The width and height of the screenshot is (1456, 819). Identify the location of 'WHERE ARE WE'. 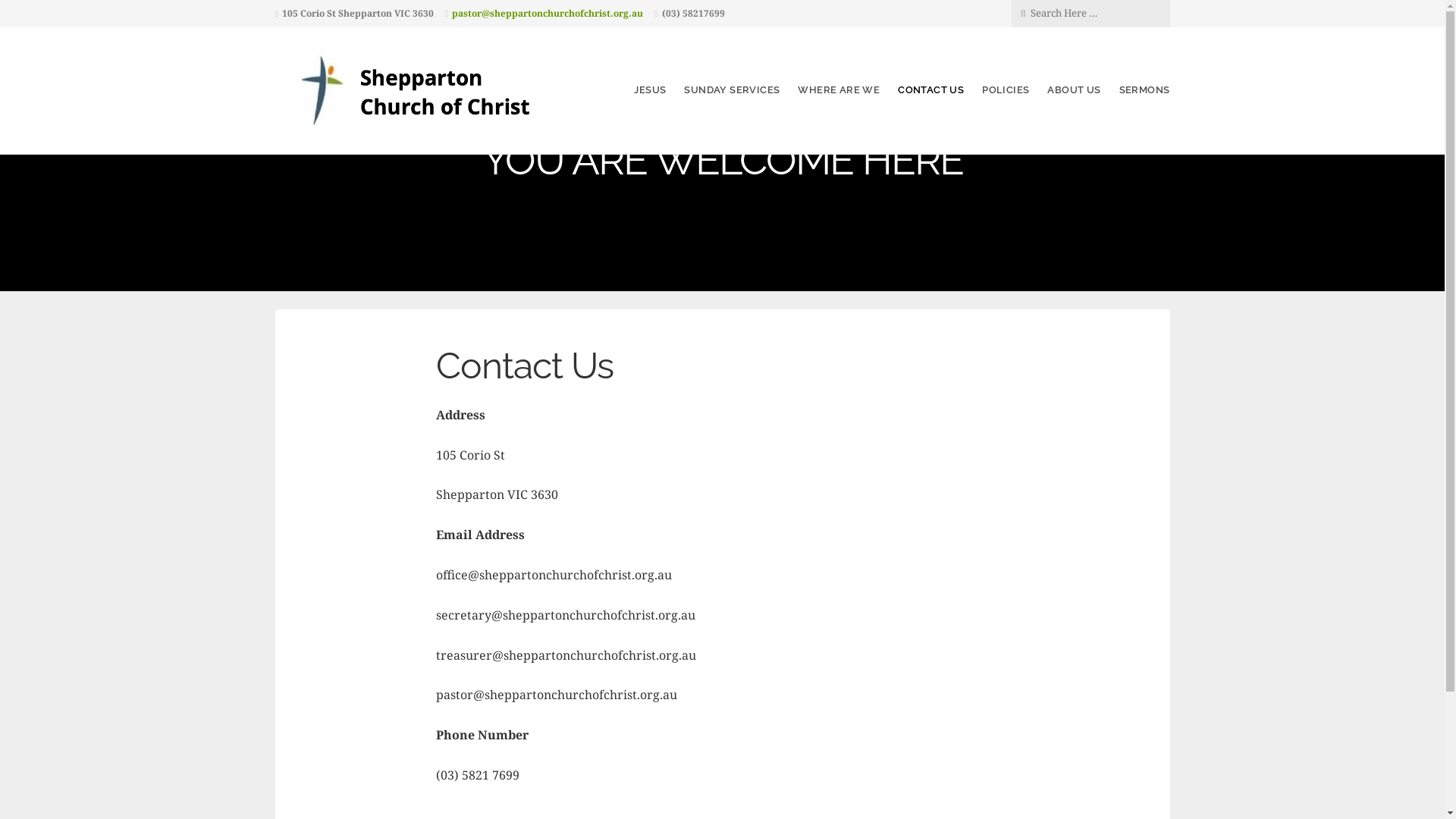
(796, 89).